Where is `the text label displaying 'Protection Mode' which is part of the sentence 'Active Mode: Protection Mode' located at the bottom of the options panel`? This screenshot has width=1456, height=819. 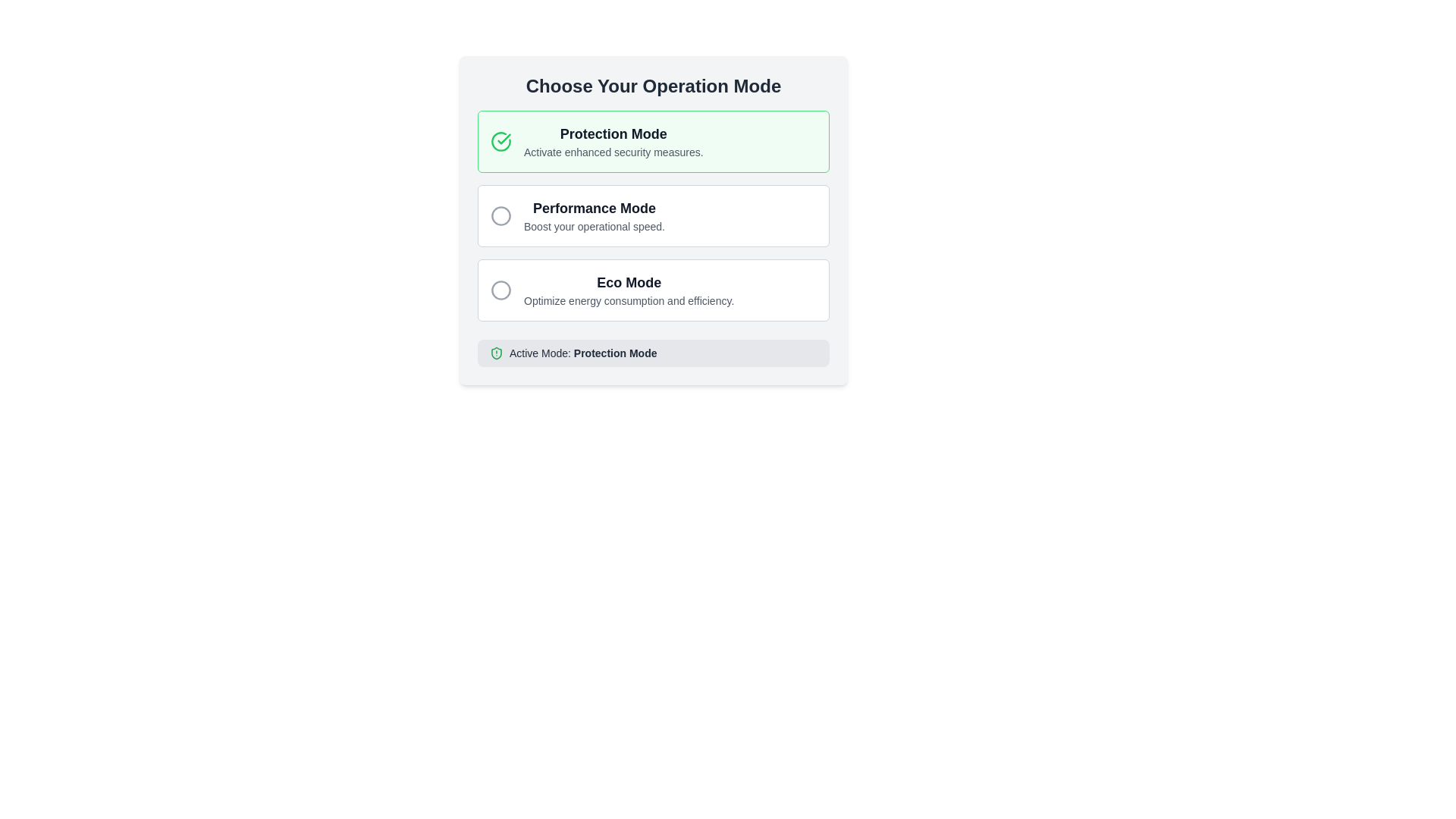
the text label displaying 'Protection Mode' which is part of the sentence 'Active Mode: Protection Mode' located at the bottom of the options panel is located at coordinates (615, 353).